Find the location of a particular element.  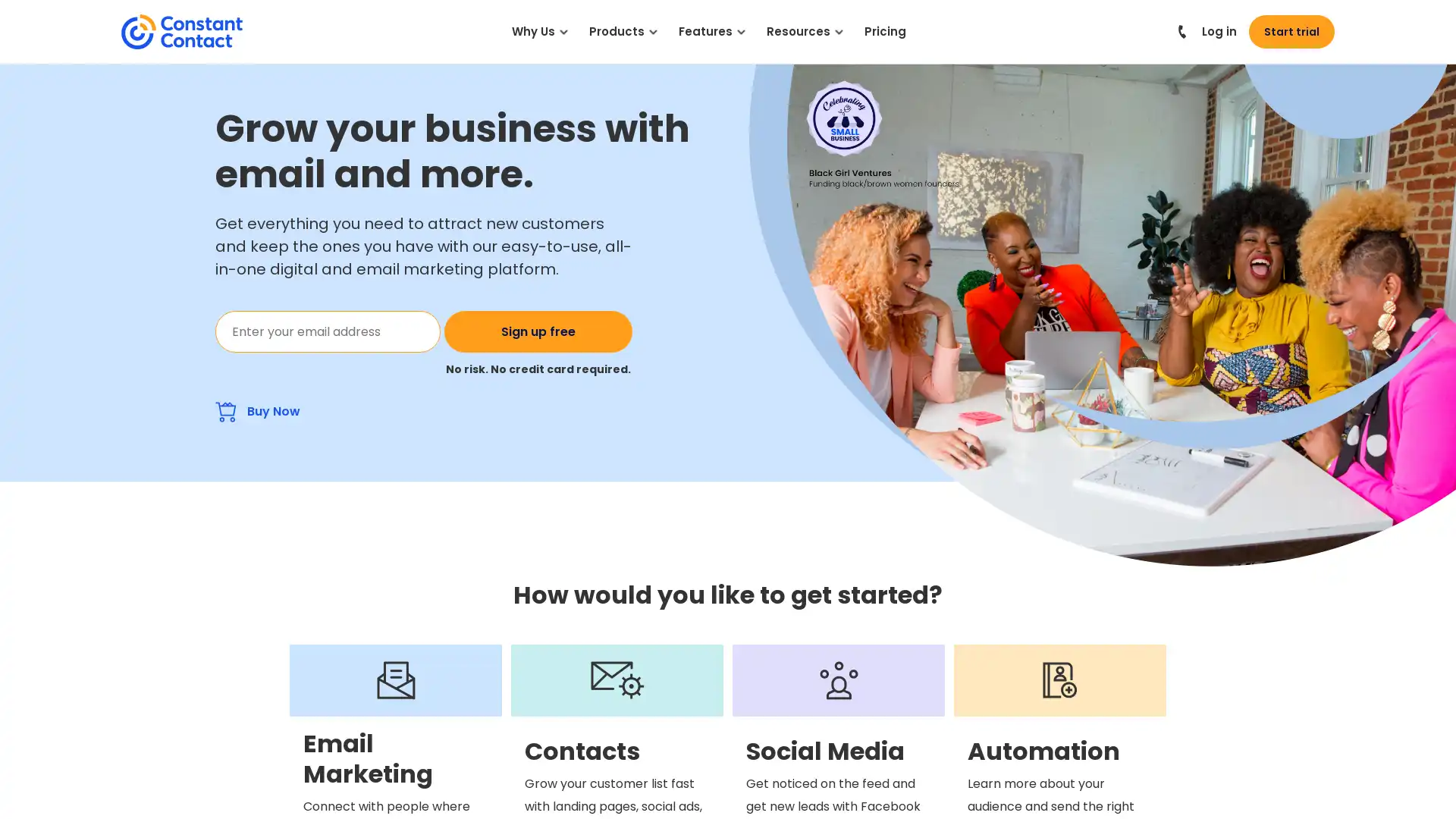

Sign up free is located at coordinates (538, 331).